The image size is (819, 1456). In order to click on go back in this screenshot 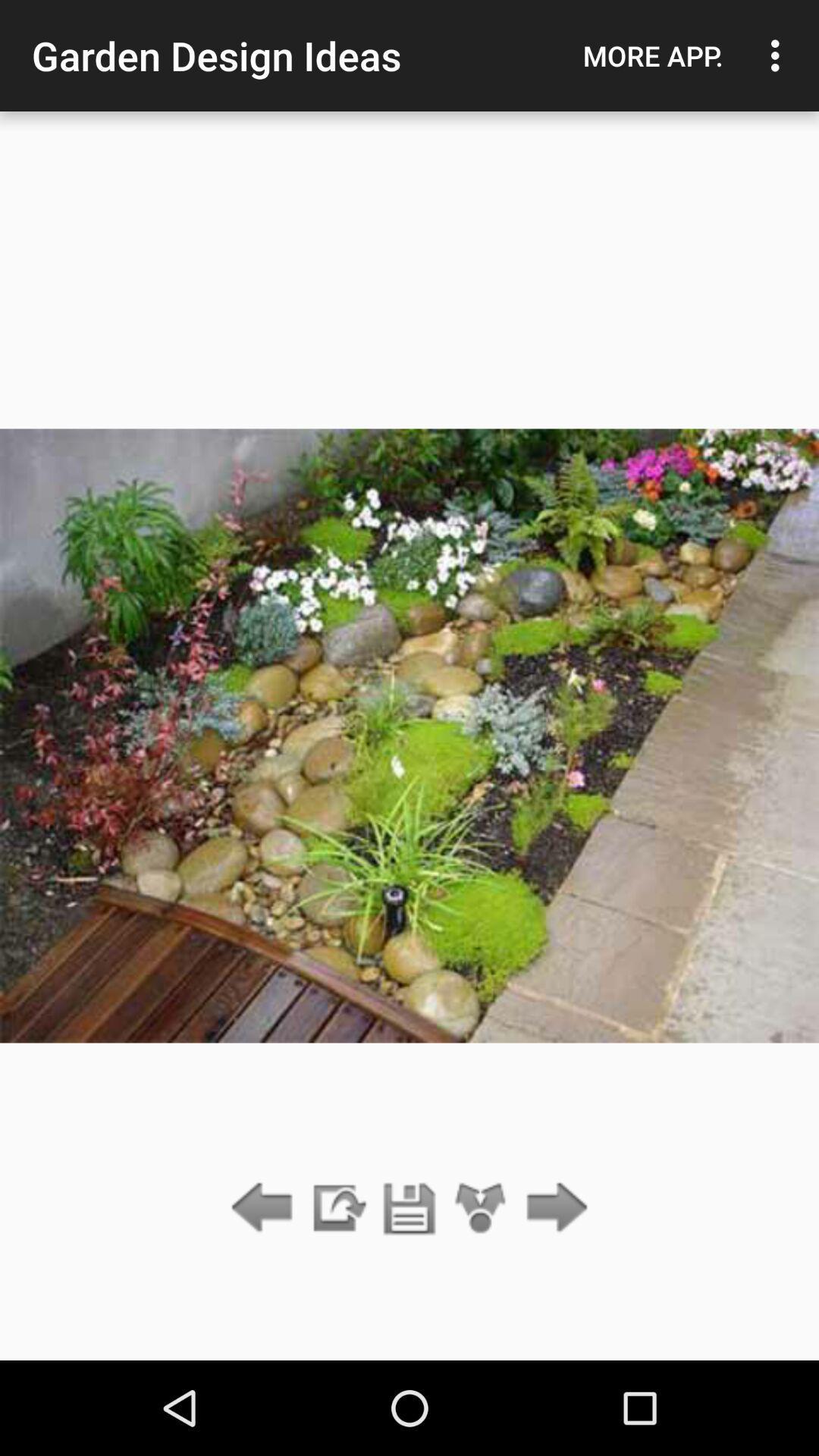, I will do `click(265, 1208)`.